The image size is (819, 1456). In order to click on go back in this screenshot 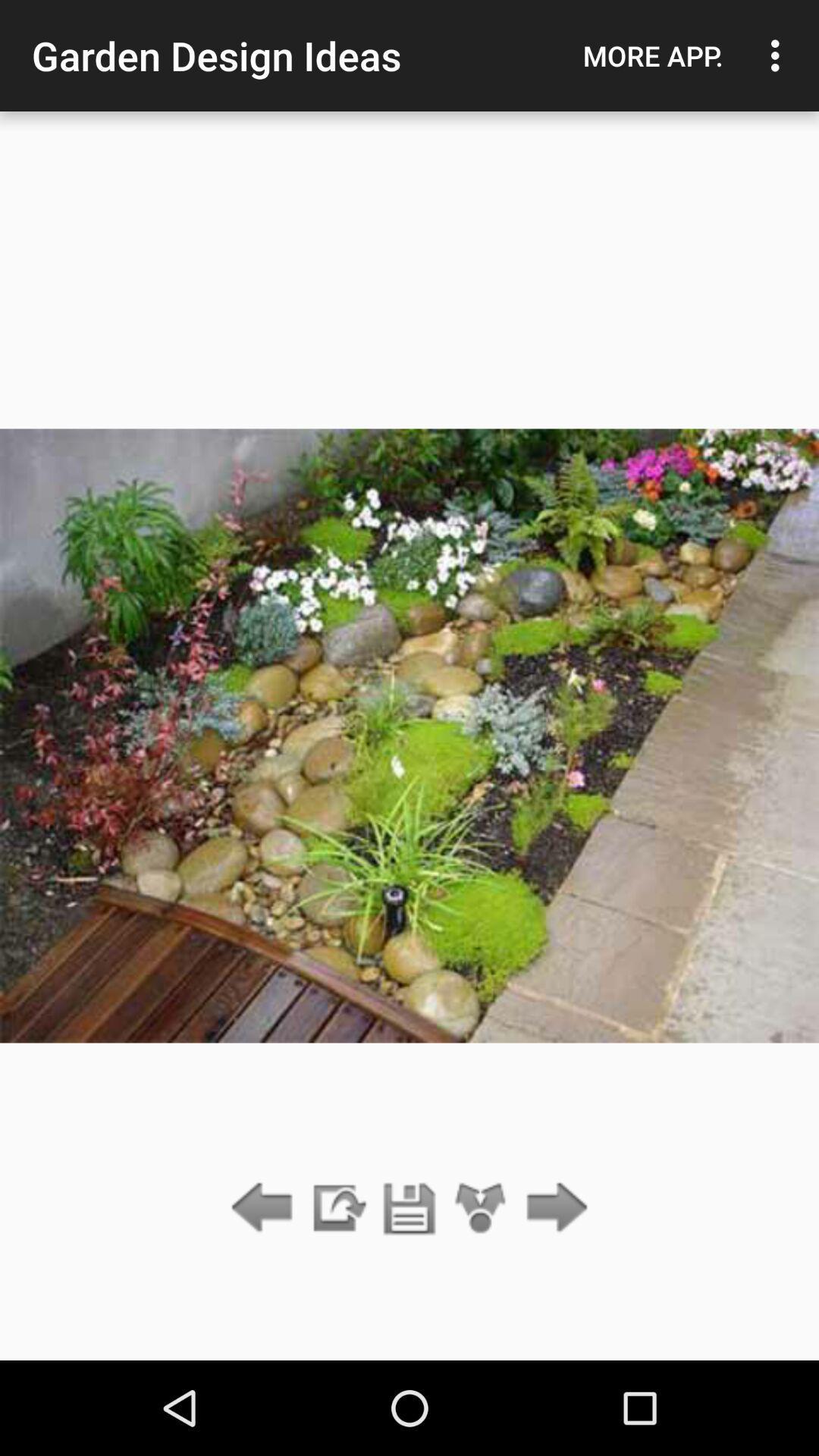, I will do `click(265, 1208)`.